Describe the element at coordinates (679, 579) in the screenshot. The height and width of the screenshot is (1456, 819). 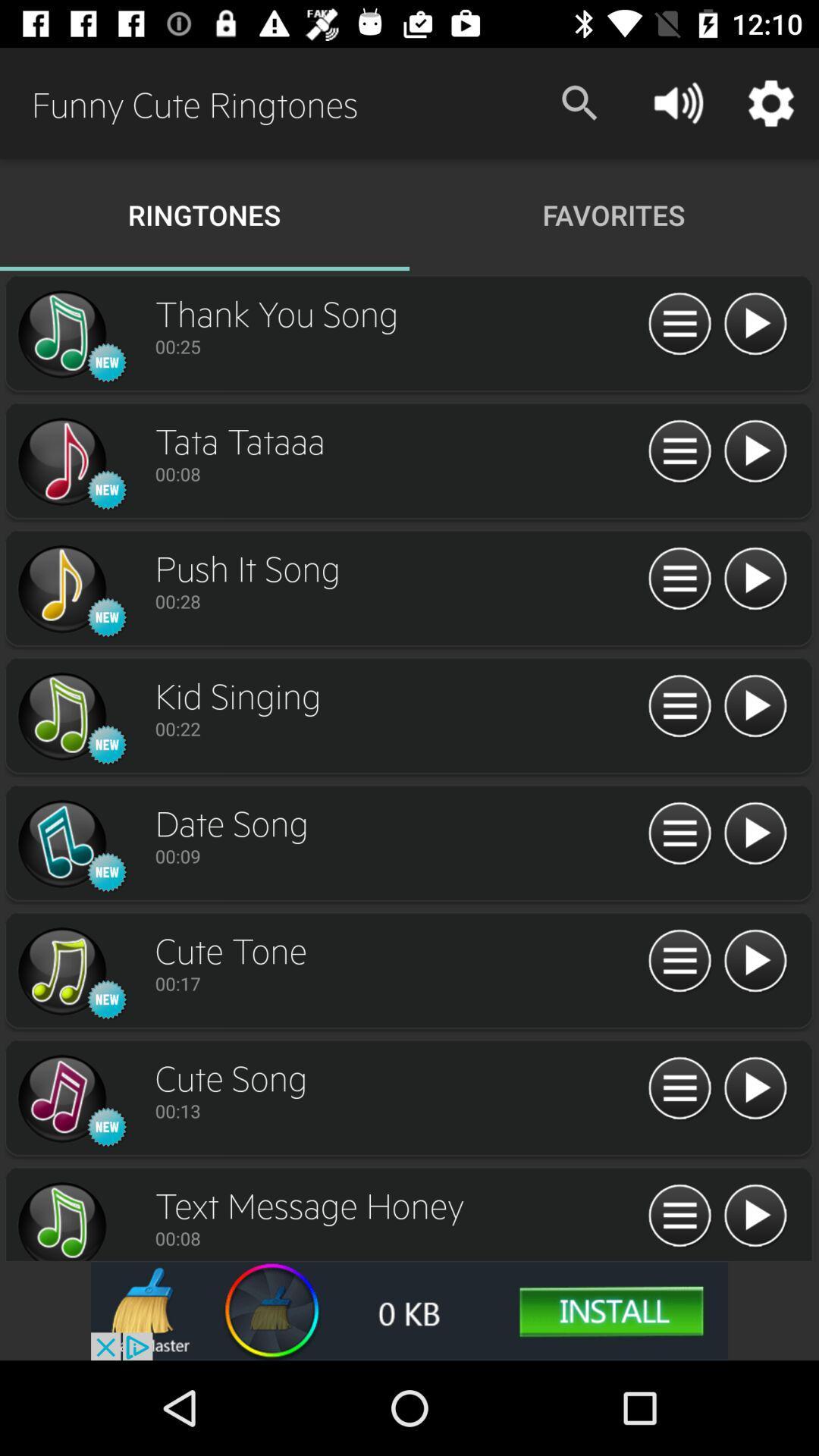
I see `opens description` at that location.